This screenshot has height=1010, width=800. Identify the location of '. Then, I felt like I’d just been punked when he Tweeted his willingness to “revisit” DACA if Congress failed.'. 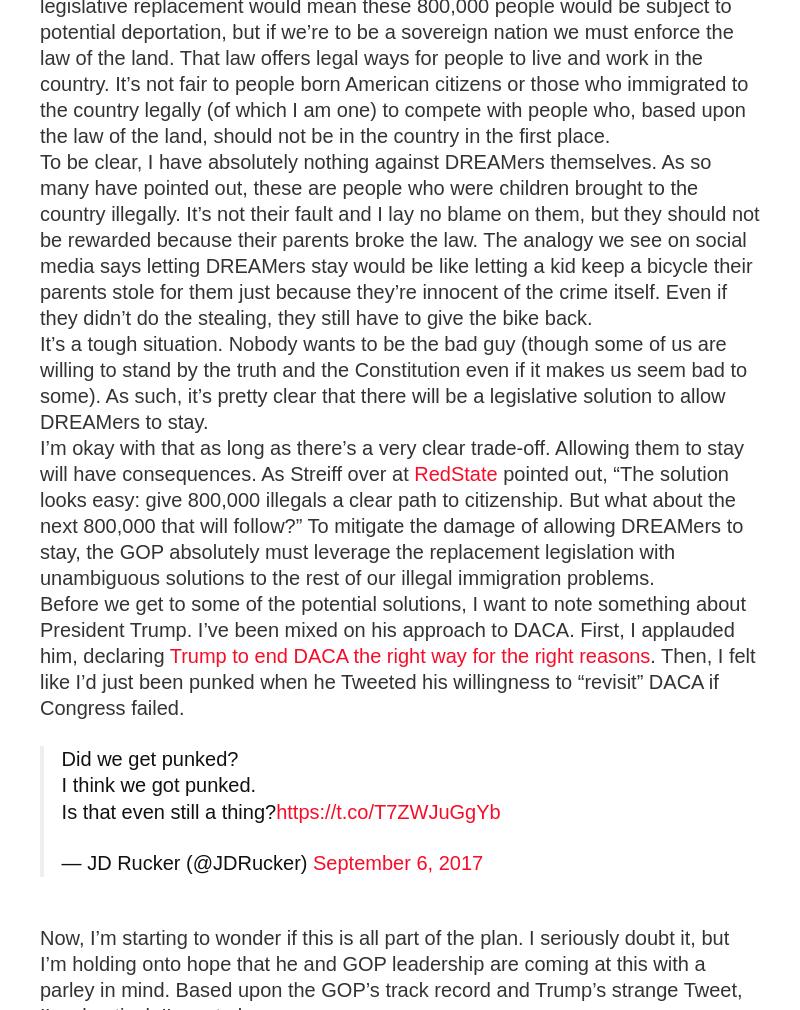
(396, 680).